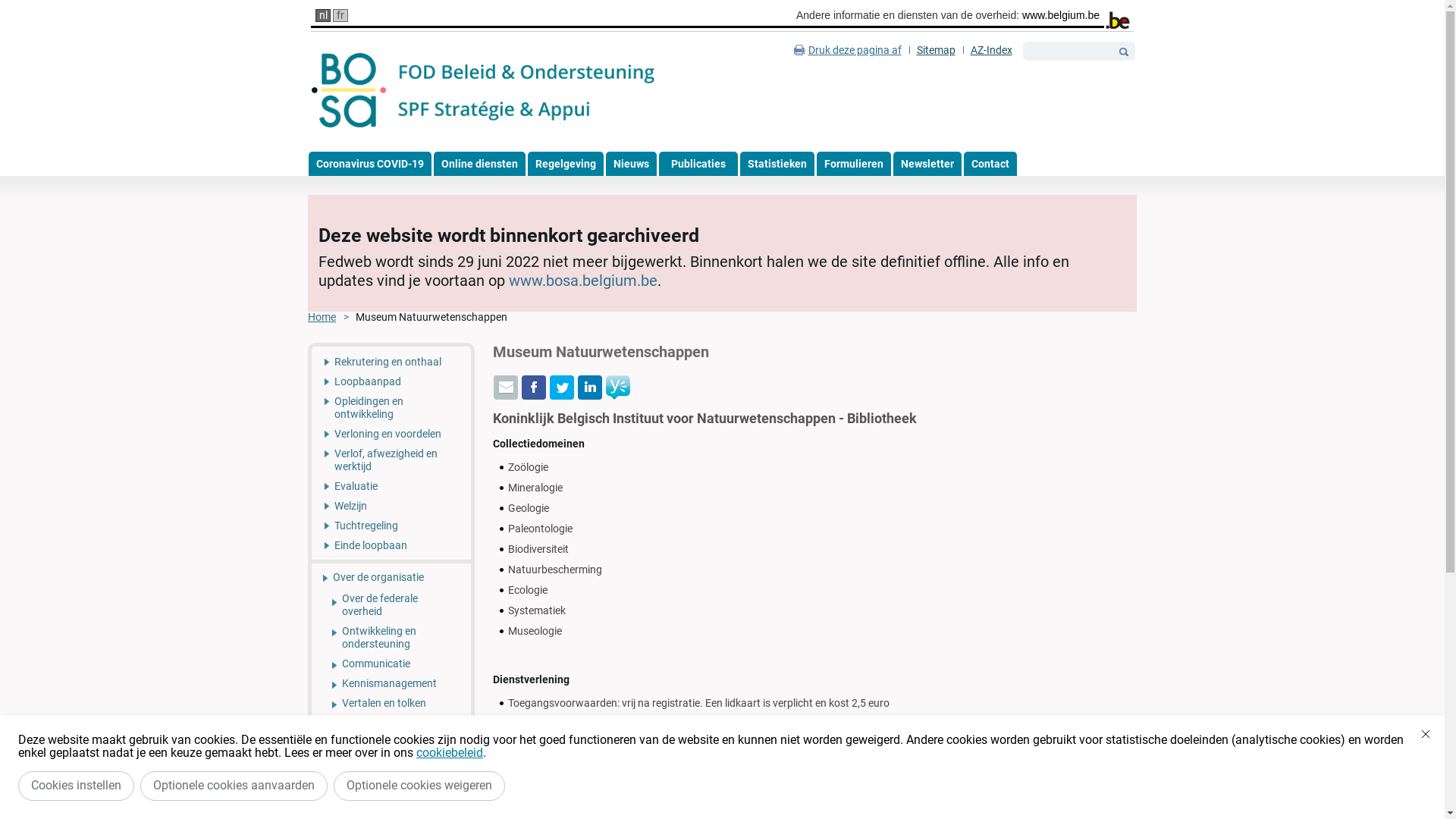 This screenshot has height=819, width=1456. I want to click on 'Online diensten', so click(479, 164).